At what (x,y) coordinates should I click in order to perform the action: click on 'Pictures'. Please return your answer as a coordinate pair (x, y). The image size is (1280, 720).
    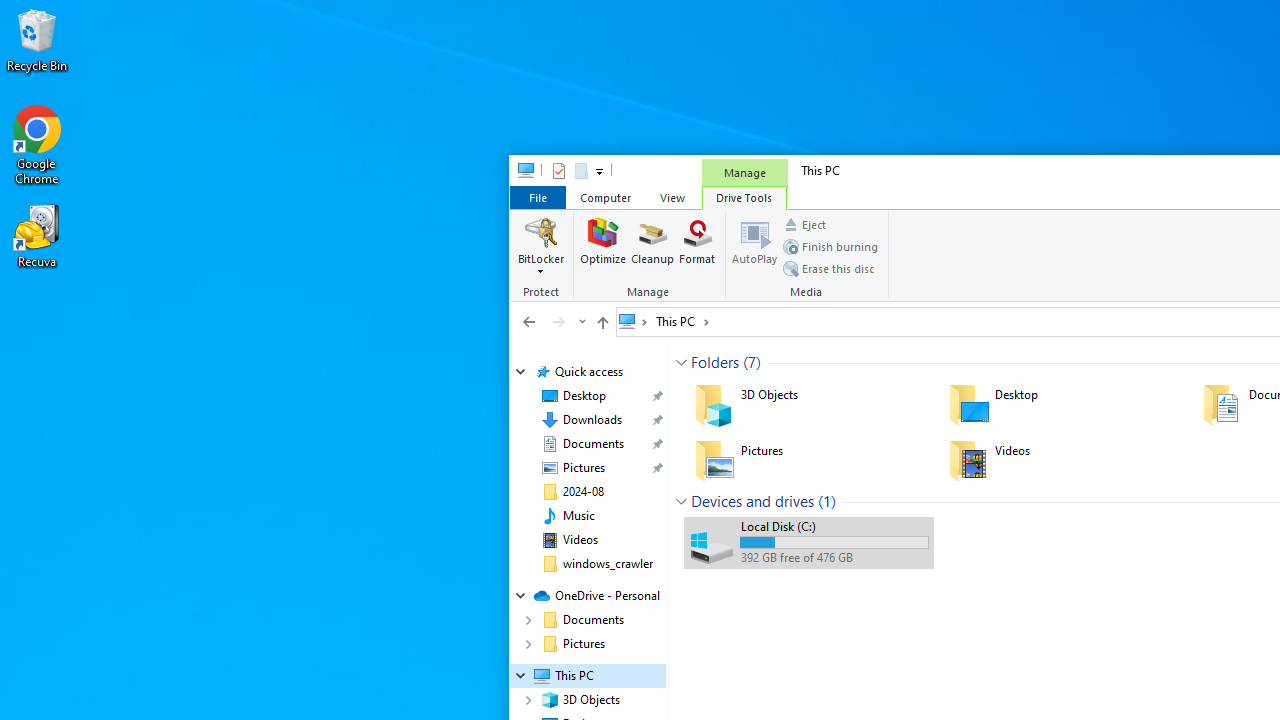
    Looking at the image, I should click on (808, 460).